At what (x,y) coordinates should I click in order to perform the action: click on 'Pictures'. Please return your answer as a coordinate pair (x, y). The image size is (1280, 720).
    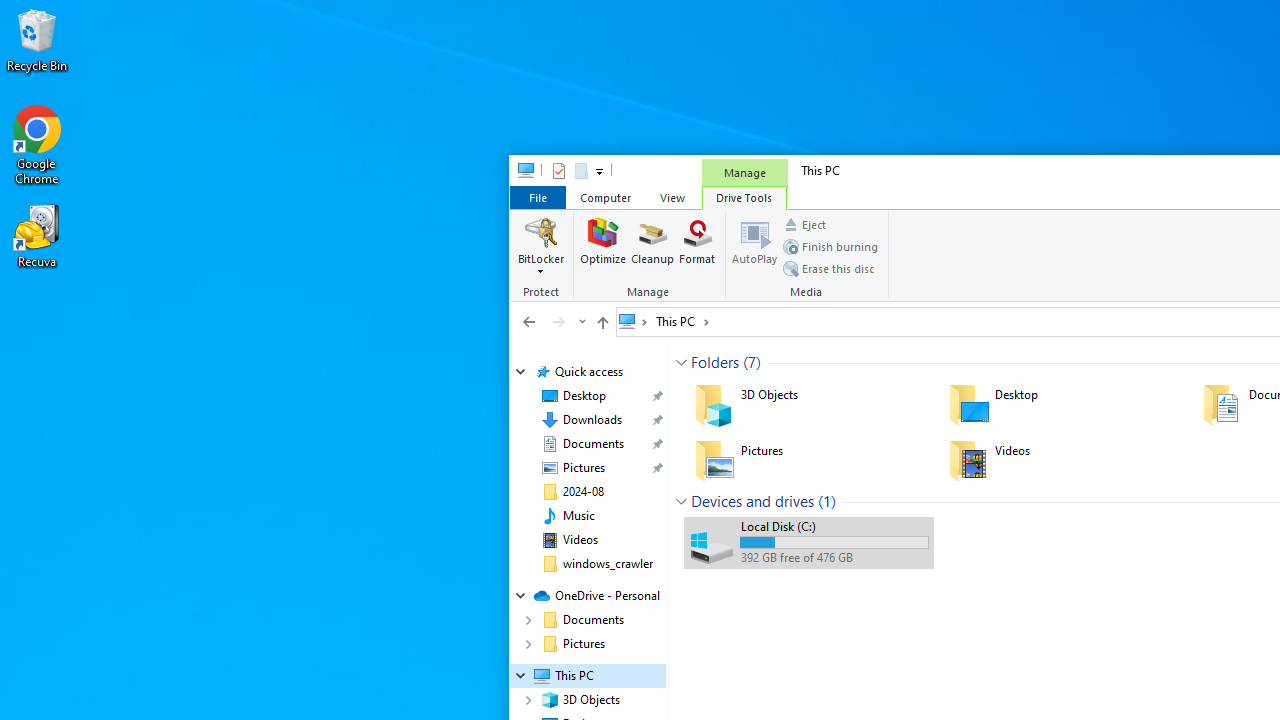
    Looking at the image, I should click on (808, 460).